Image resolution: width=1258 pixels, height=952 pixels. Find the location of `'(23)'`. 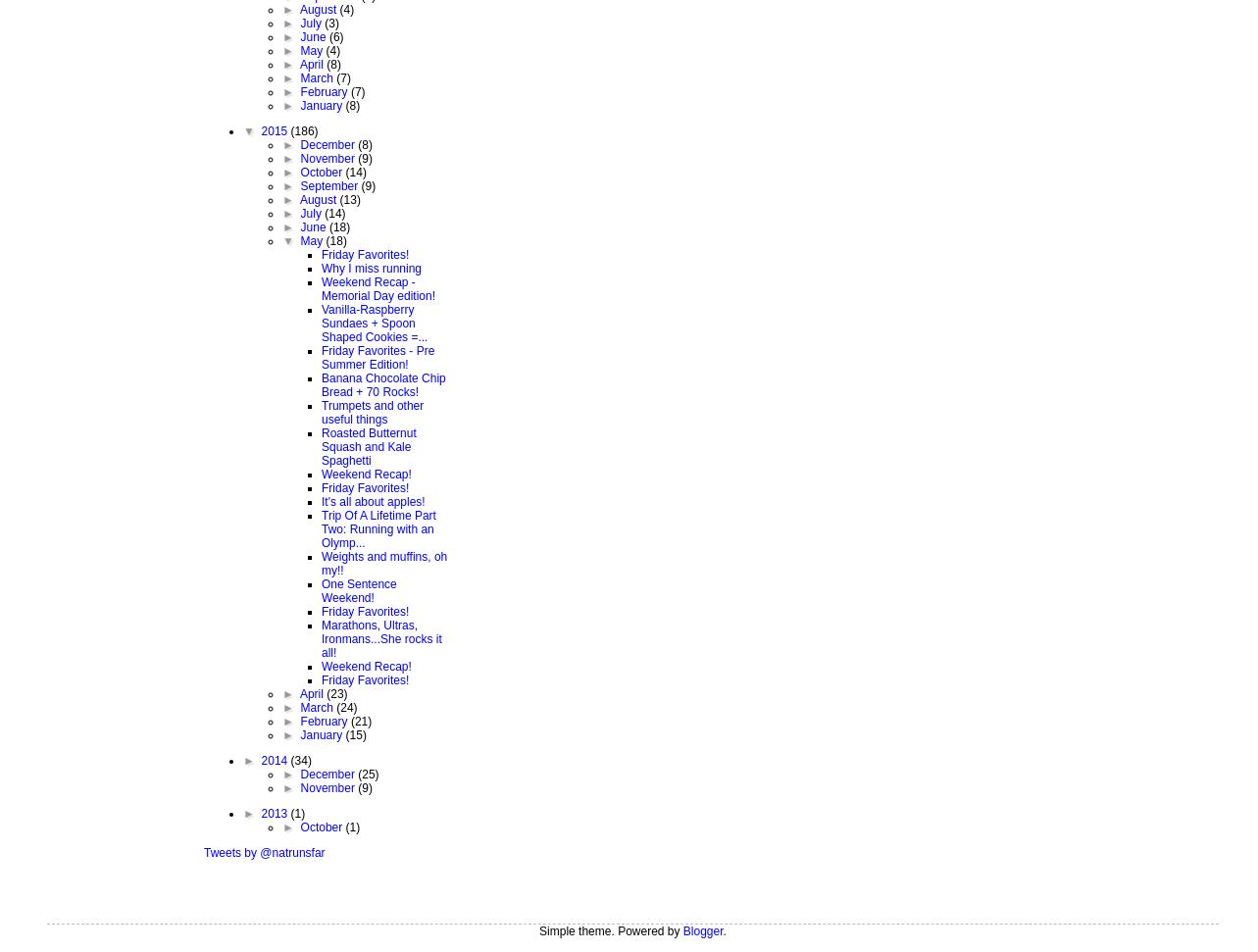

'(23)' is located at coordinates (336, 691).